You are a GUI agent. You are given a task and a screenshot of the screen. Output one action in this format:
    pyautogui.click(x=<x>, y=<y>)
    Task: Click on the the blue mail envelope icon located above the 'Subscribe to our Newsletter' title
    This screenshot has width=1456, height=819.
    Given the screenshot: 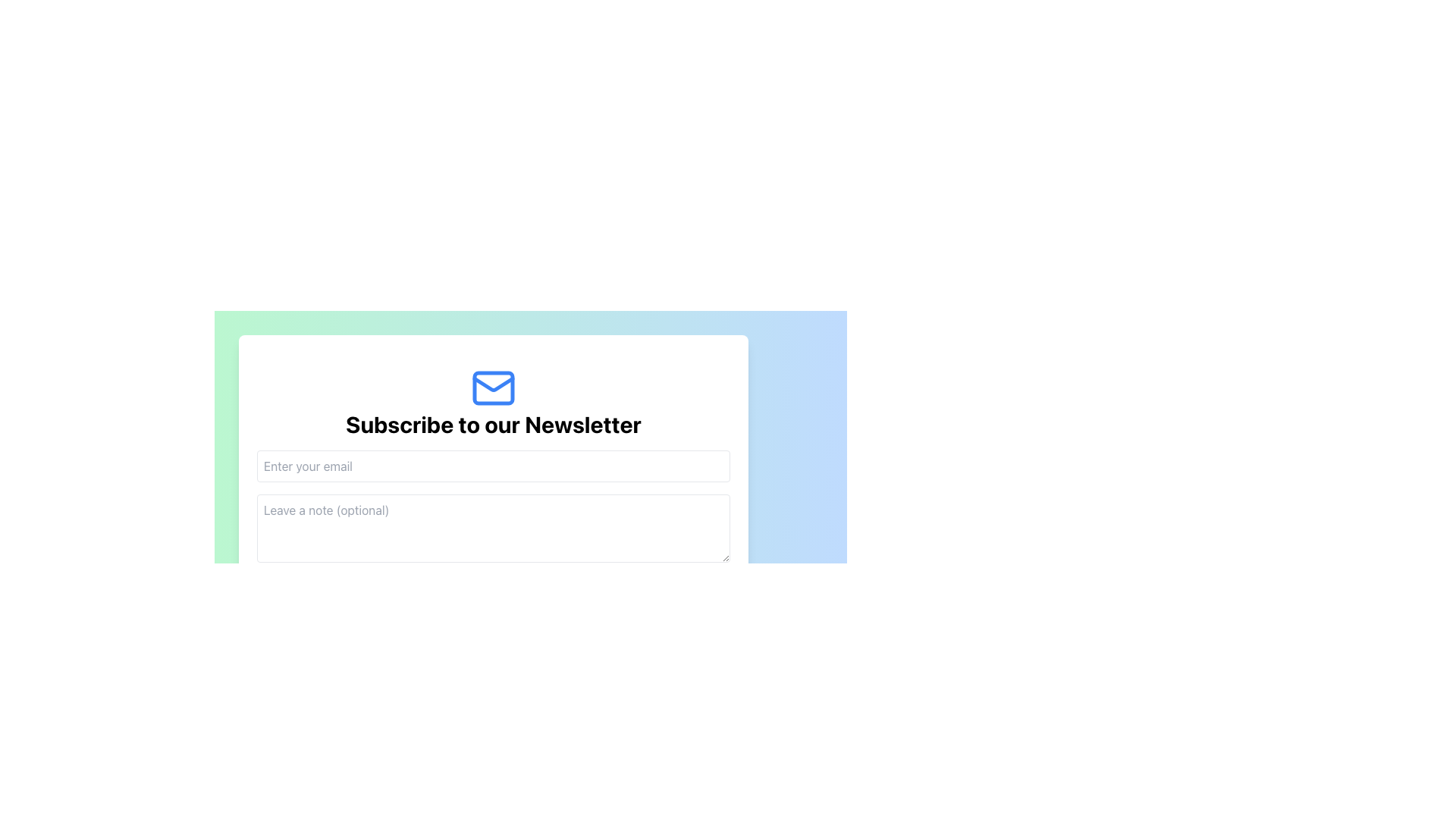 What is the action you would take?
    pyautogui.click(x=494, y=388)
    